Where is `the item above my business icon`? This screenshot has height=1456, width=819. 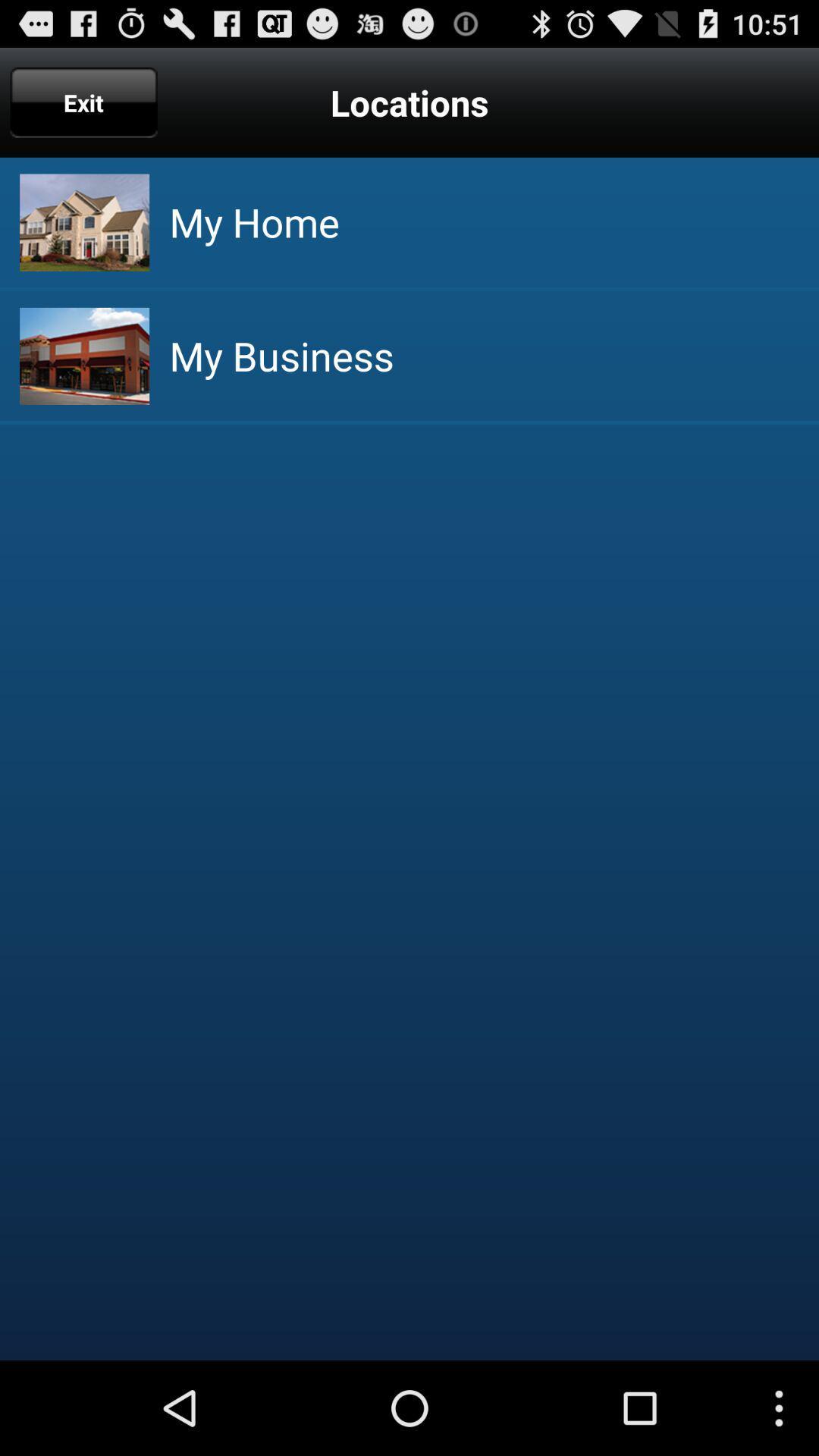 the item above my business icon is located at coordinates (253, 221).